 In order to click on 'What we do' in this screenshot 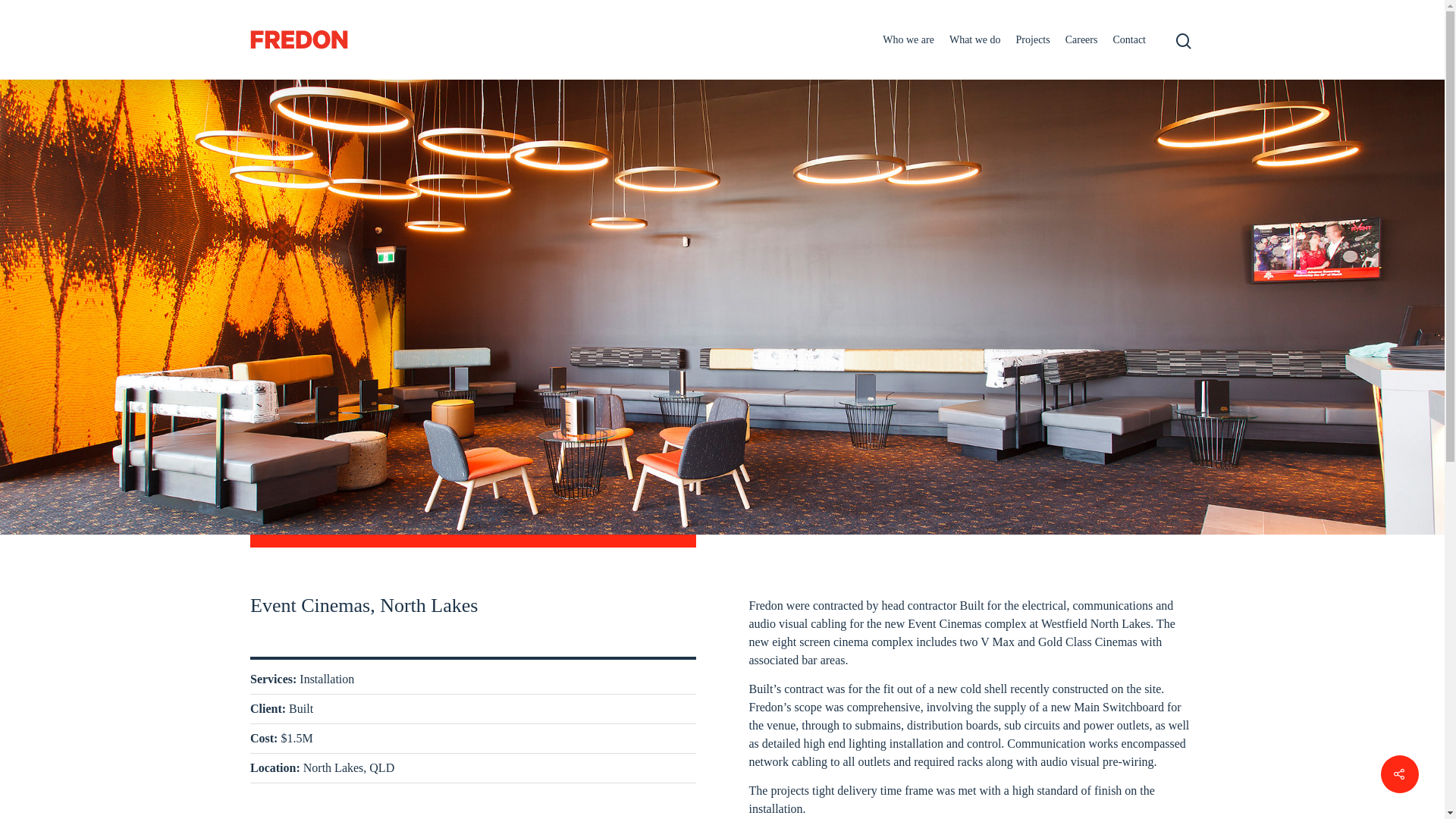, I will do `click(975, 38)`.